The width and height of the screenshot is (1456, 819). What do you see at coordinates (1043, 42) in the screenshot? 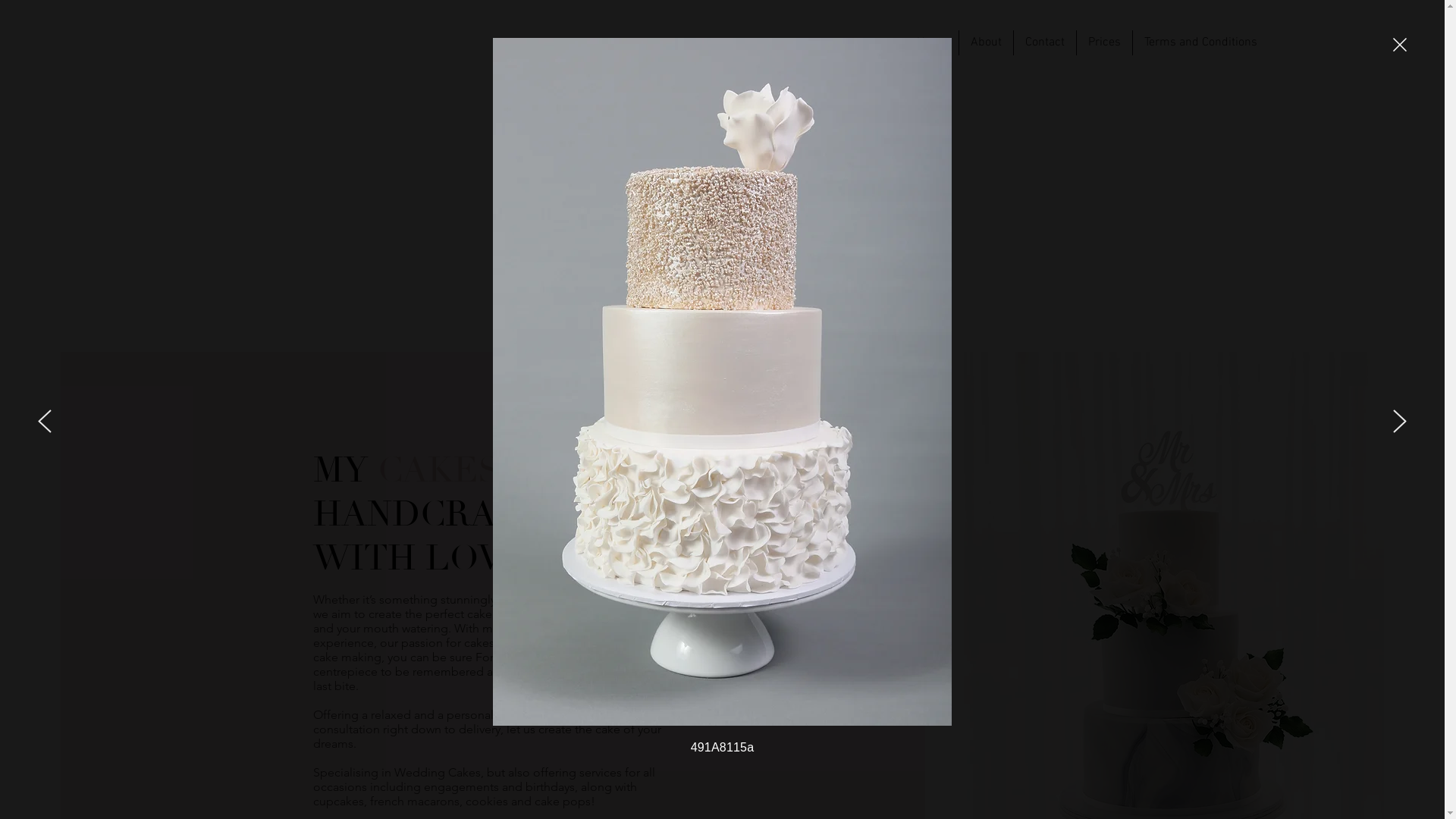
I see `'Contact'` at bounding box center [1043, 42].